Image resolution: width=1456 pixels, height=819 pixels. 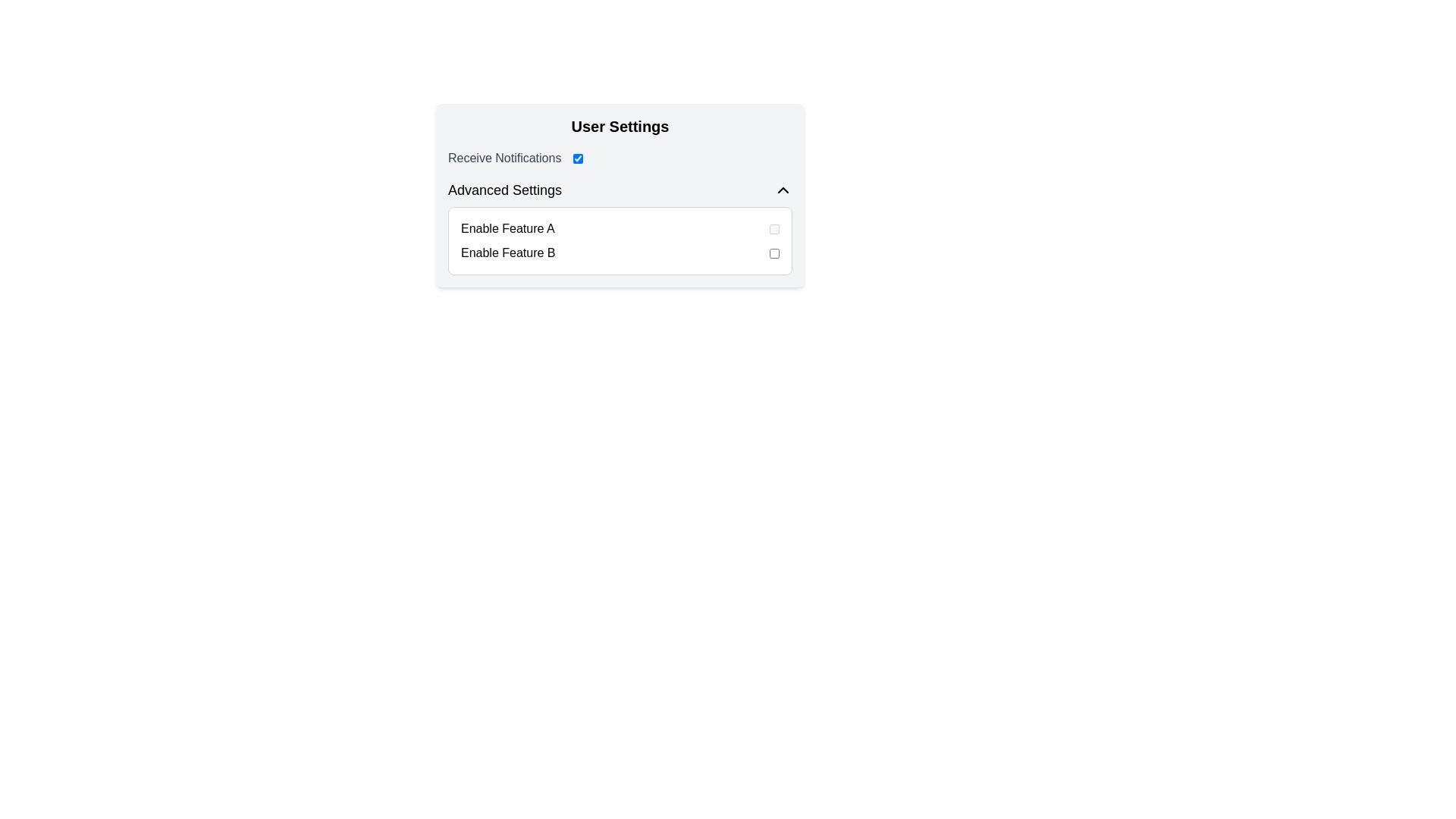 What do you see at coordinates (774, 253) in the screenshot?
I see `the toggle switch for 'Feature B' to change its state between enabled and disabled` at bounding box center [774, 253].